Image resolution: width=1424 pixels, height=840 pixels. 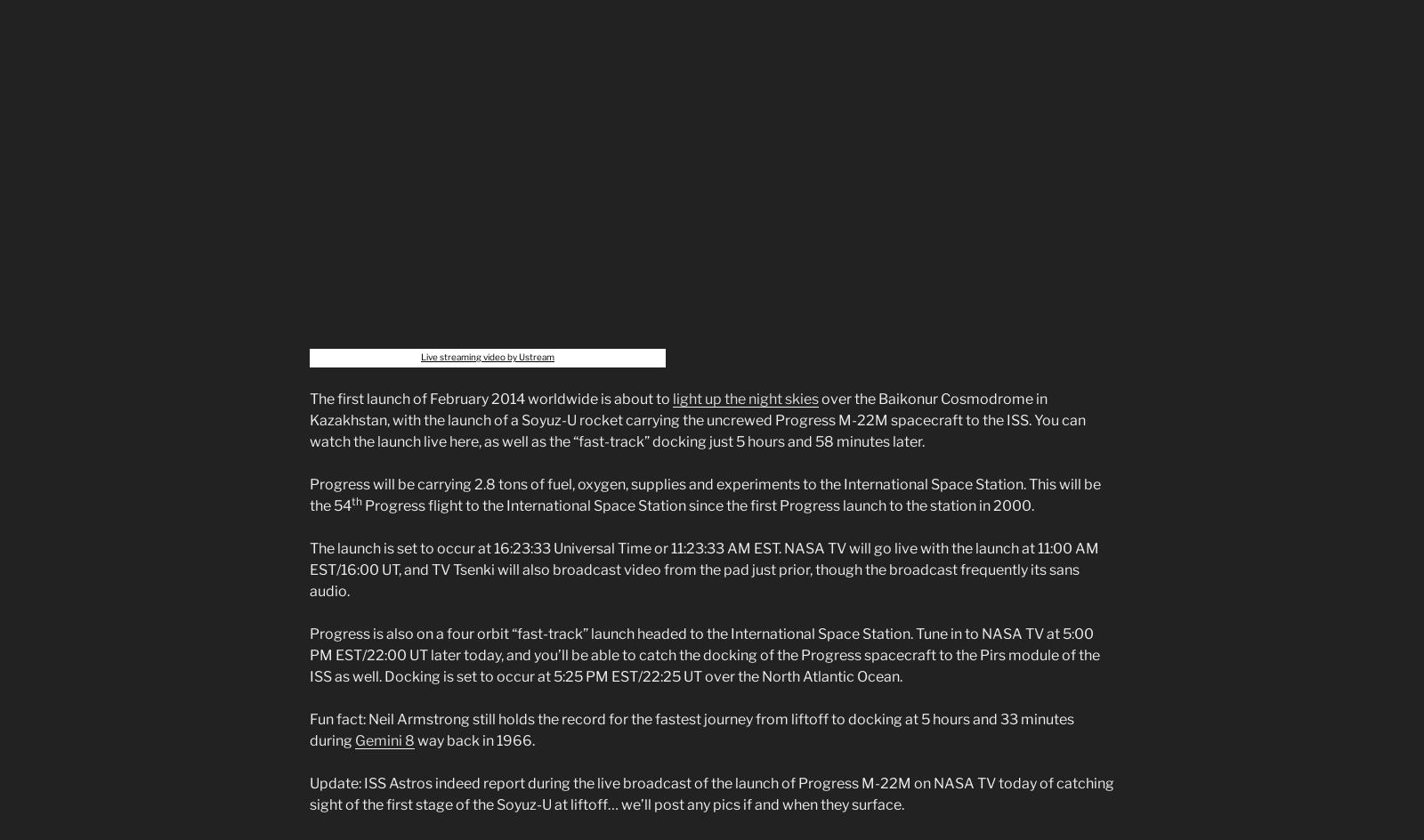 I want to click on 'Live streaming video by Ustream', so click(x=487, y=355).